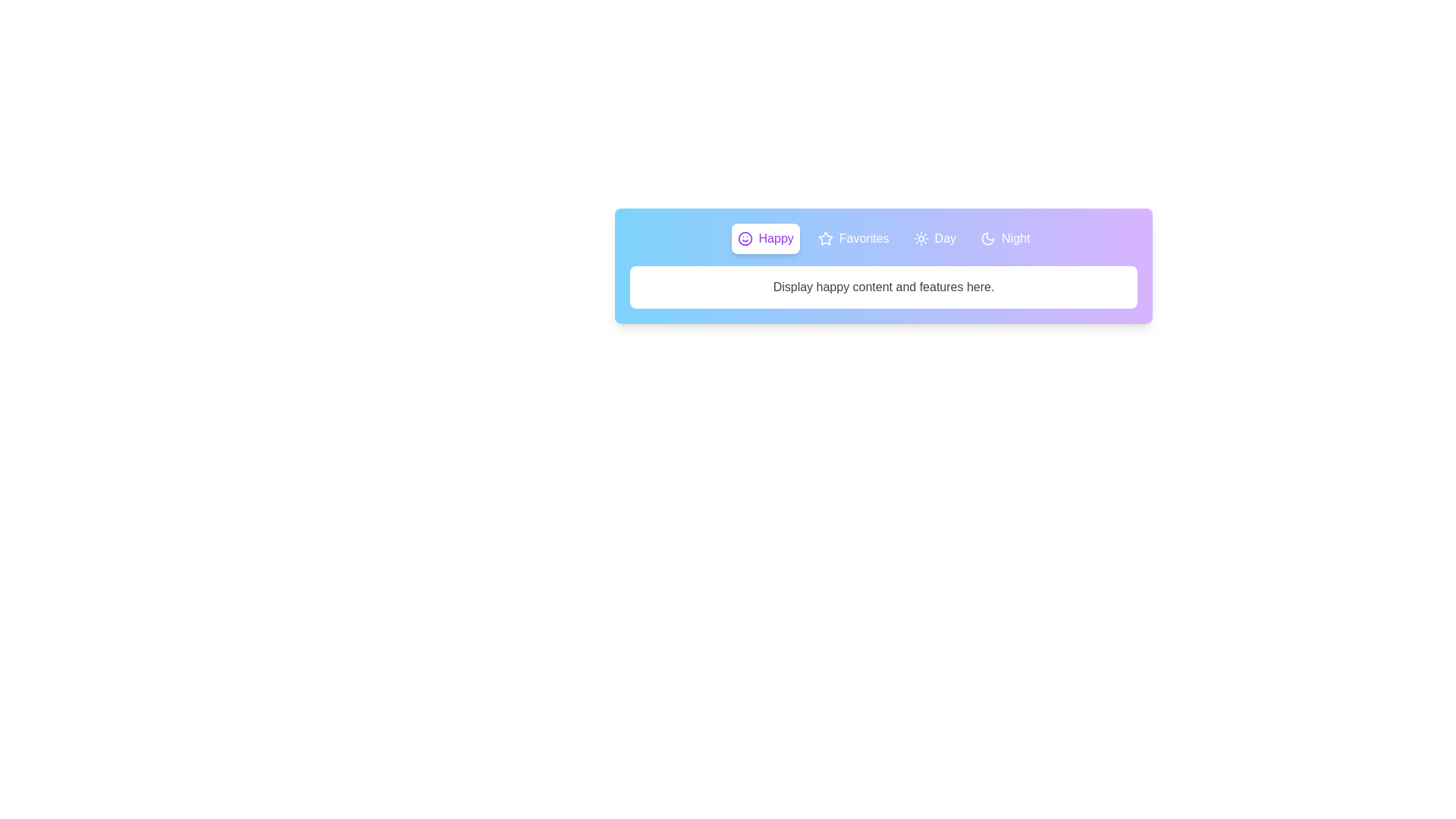 This screenshot has height=819, width=1456. What do you see at coordinates (1005, 239) in the screenshot?
I see `the Night tab to switch to its content` at bounding box center [1005, 239].